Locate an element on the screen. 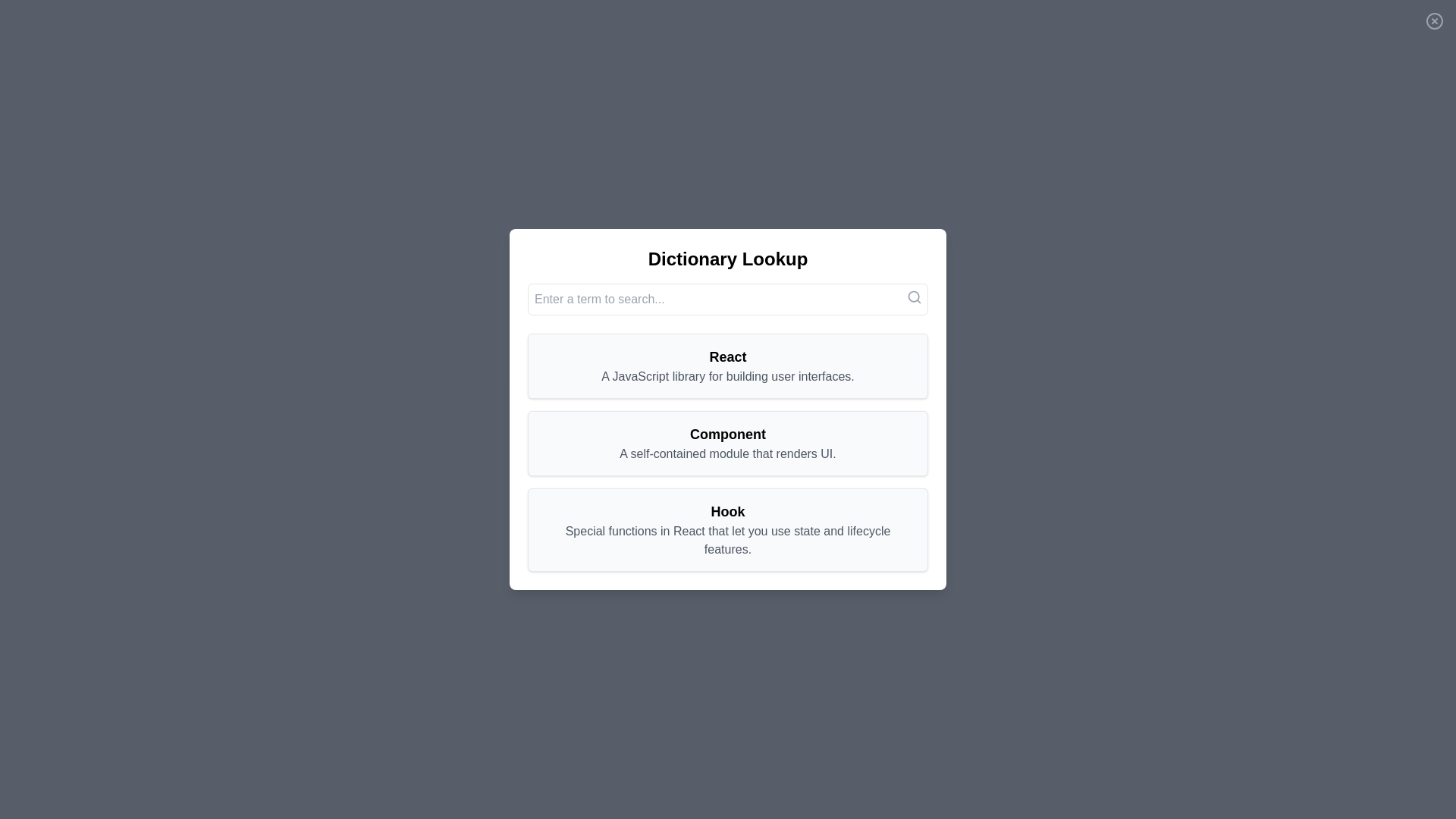 The width and height of the screenshot is (1456, 819). the search icon is located at coordinates (913, 297).